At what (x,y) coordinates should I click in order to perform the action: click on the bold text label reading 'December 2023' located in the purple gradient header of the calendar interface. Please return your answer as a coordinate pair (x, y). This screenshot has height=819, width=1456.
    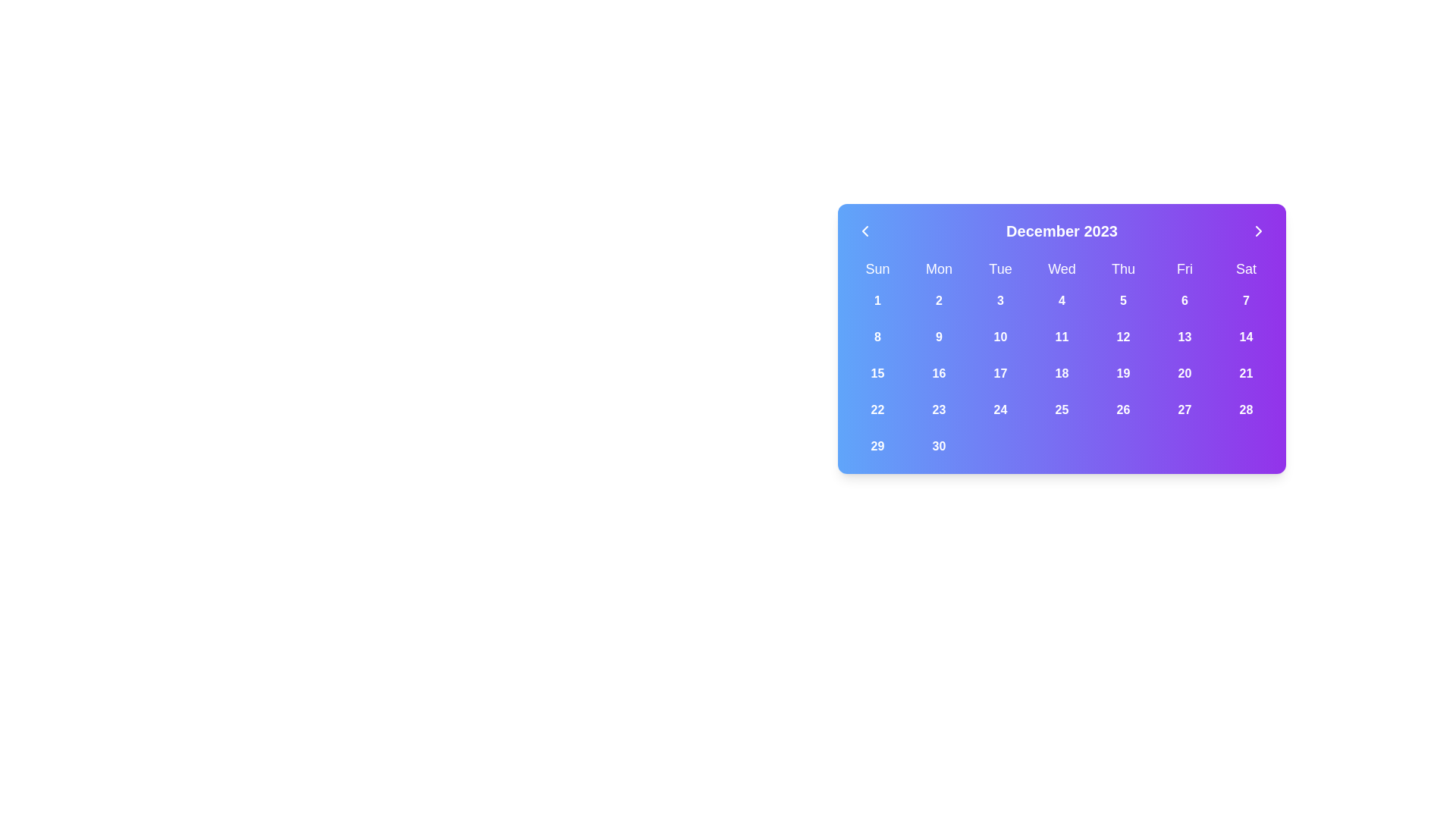
    Looking at the image, I should click on (1061, 231).